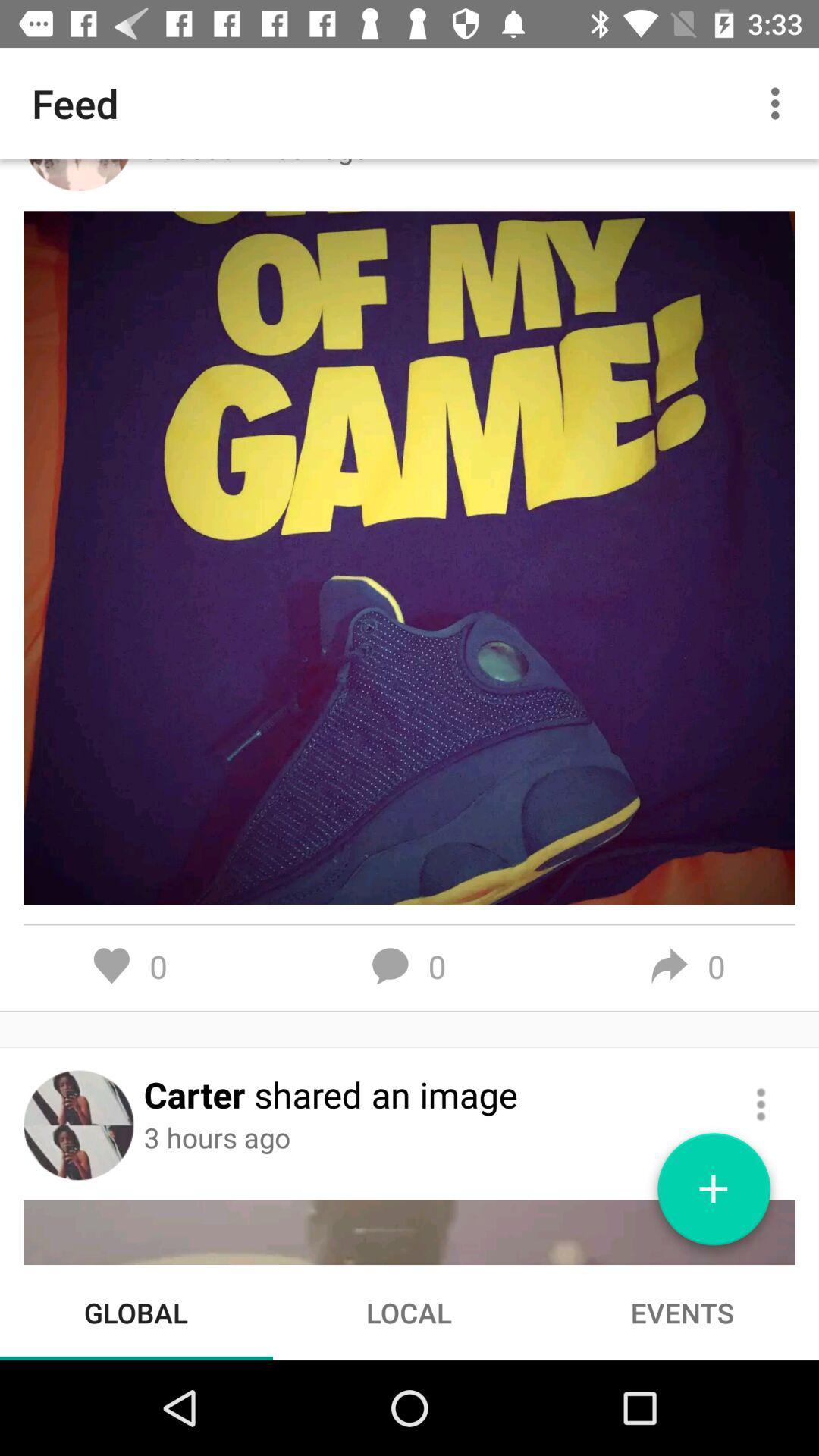 The width and height of the screenshot is (819, 1456). Describe the element at coordinates (761, 1104) in the screenshot. I see `more options` at that location.